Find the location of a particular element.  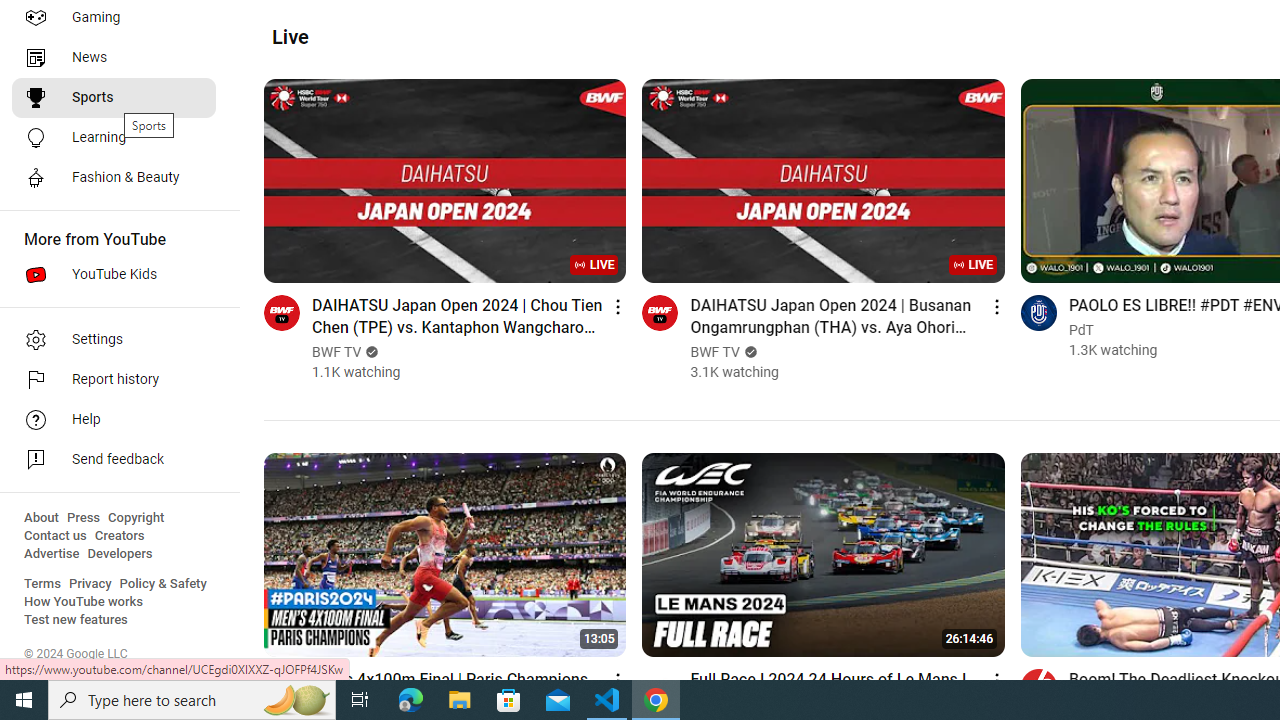

'YouTube Kids' is located at coordinates (112, 275).